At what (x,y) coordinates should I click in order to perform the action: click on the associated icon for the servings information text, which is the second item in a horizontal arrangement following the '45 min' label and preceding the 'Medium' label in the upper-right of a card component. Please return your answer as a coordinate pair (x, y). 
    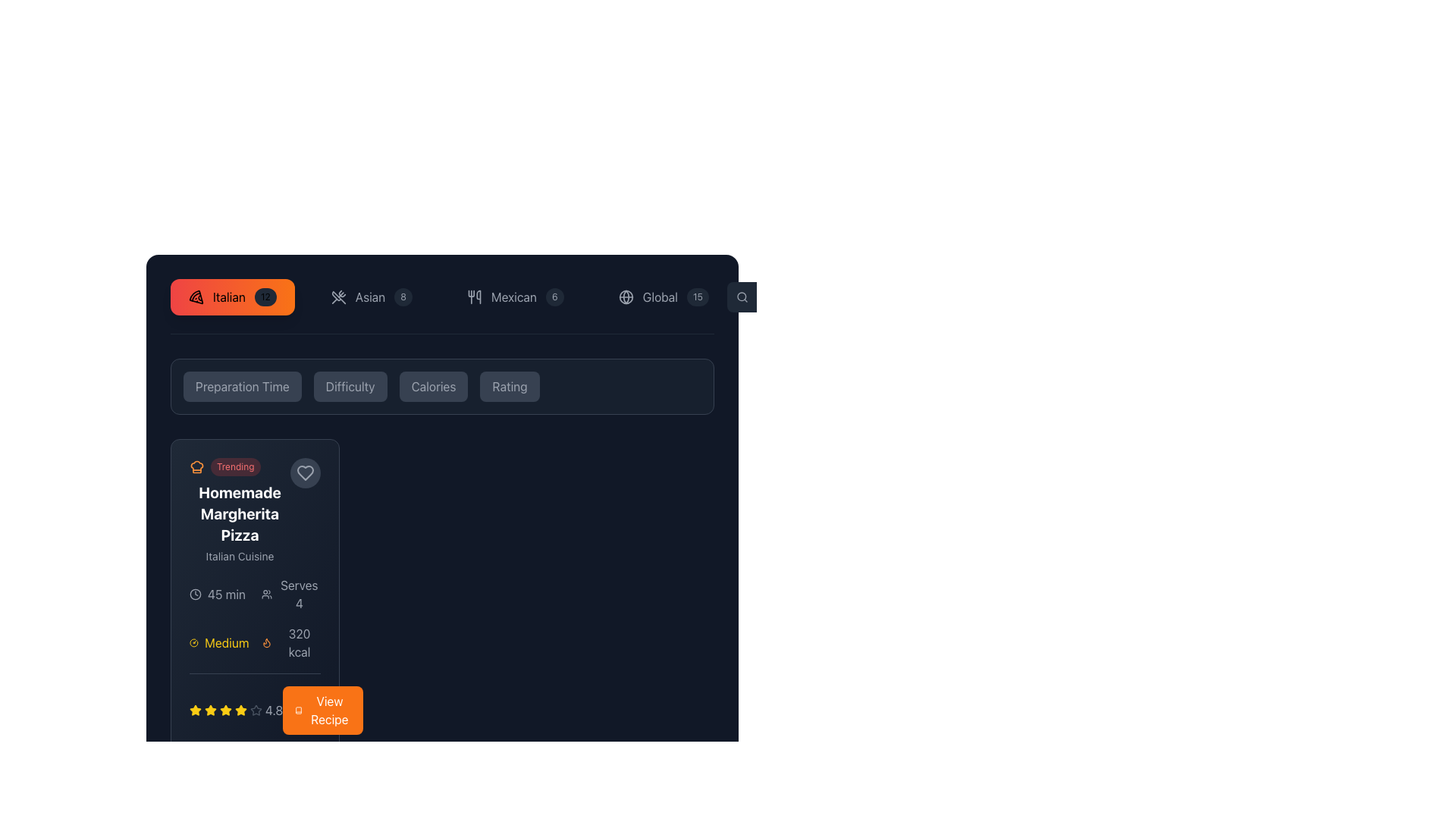
    Looking at the image, I should click on (290, 593).